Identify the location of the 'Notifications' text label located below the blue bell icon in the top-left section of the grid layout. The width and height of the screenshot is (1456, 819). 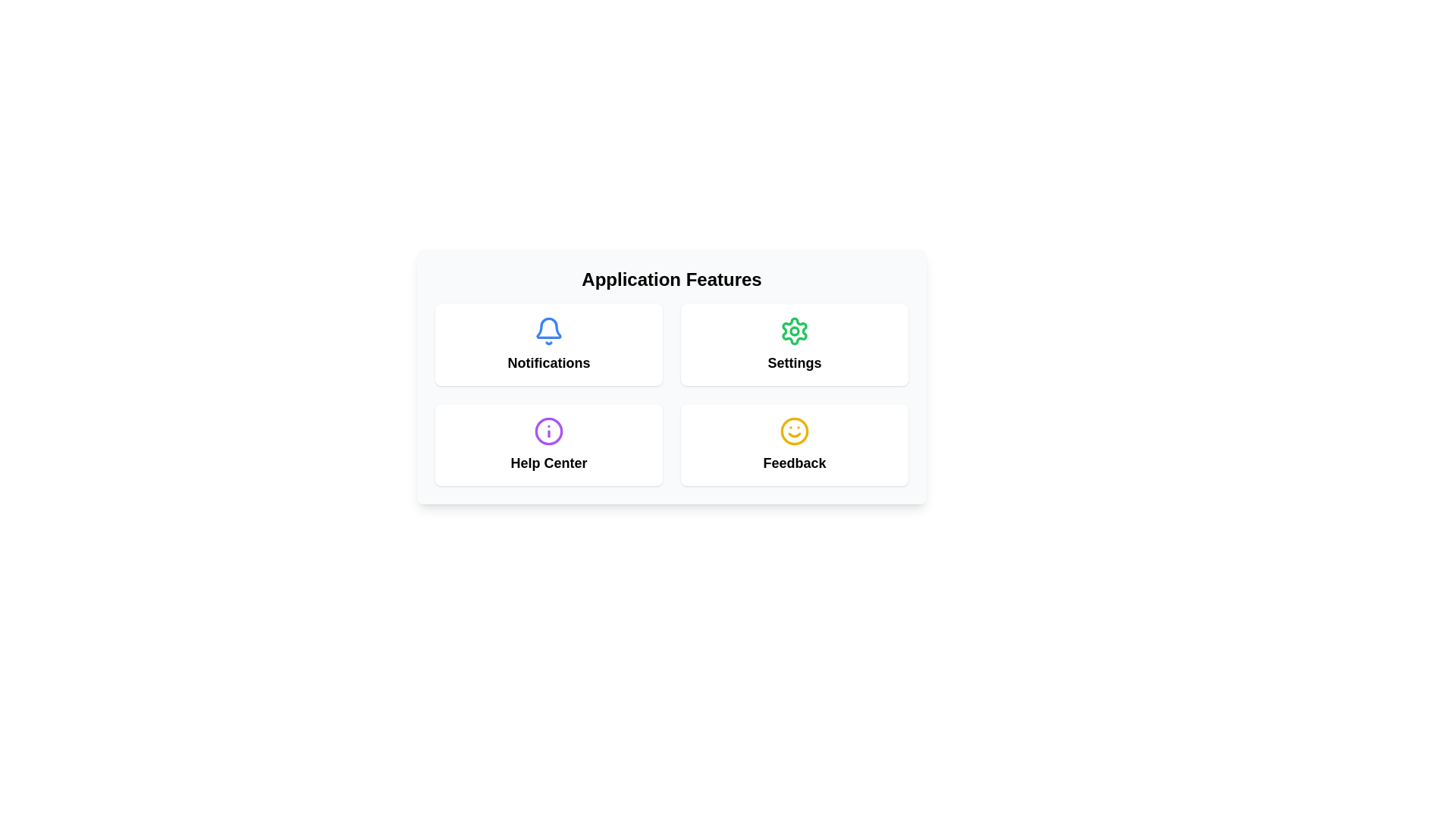
(548, 362).